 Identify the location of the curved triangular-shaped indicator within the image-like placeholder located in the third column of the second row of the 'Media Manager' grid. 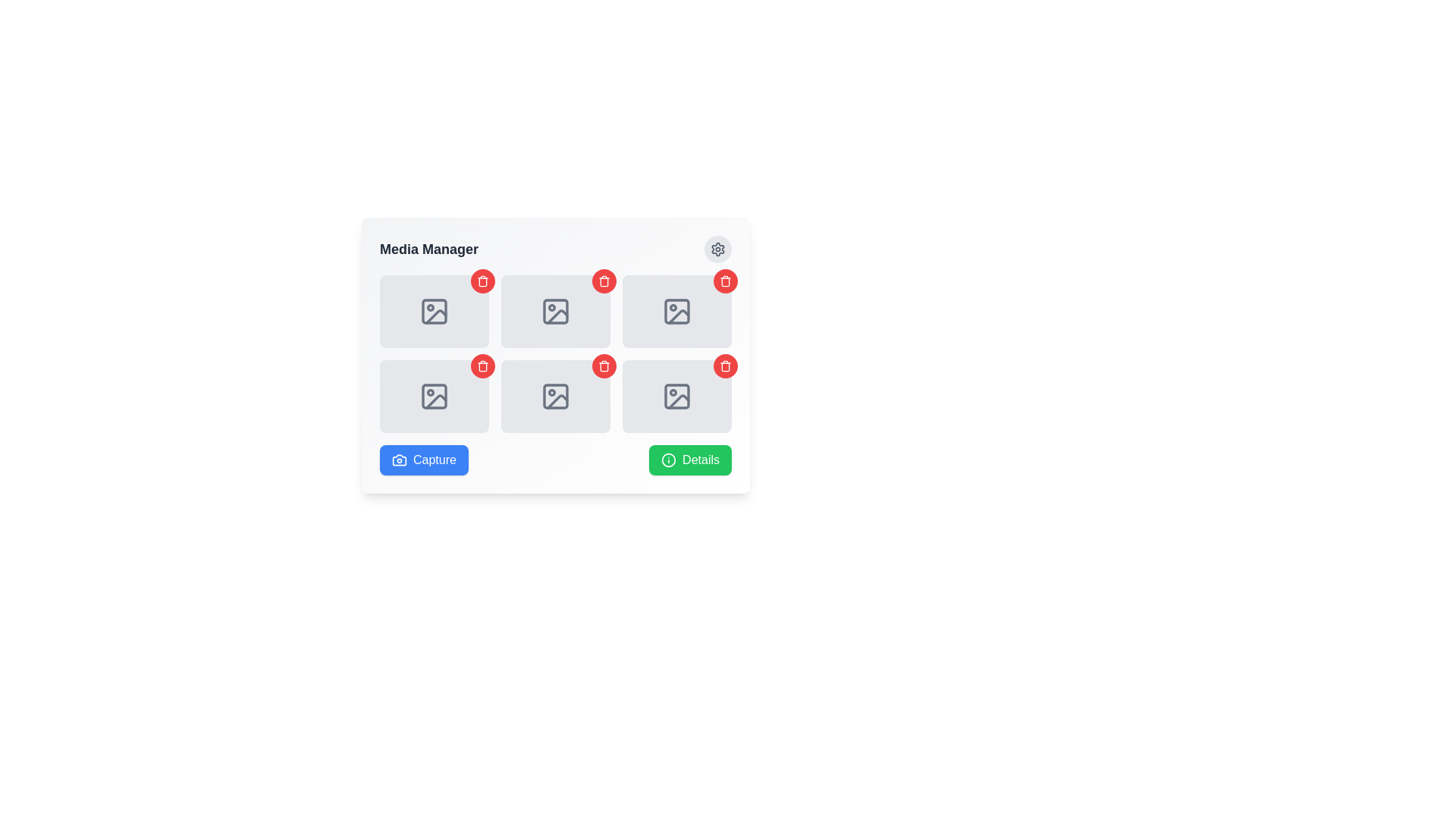
(678, 315).